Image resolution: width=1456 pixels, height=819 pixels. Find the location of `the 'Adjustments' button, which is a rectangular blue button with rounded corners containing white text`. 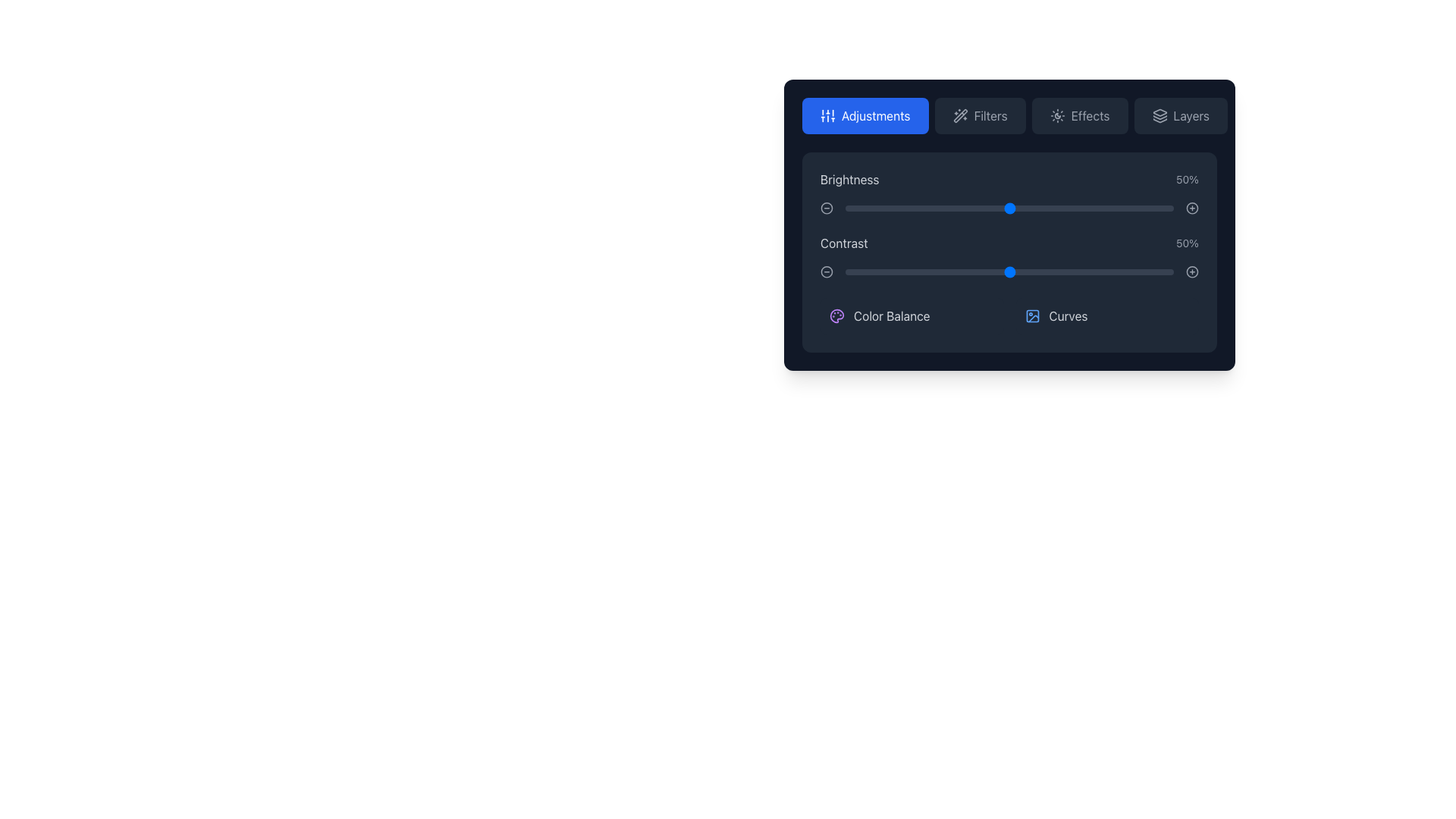

the 'Adjustments' button, which is a rectangular blue button with rounded corners containing white text is located at coordinates (876, 115).